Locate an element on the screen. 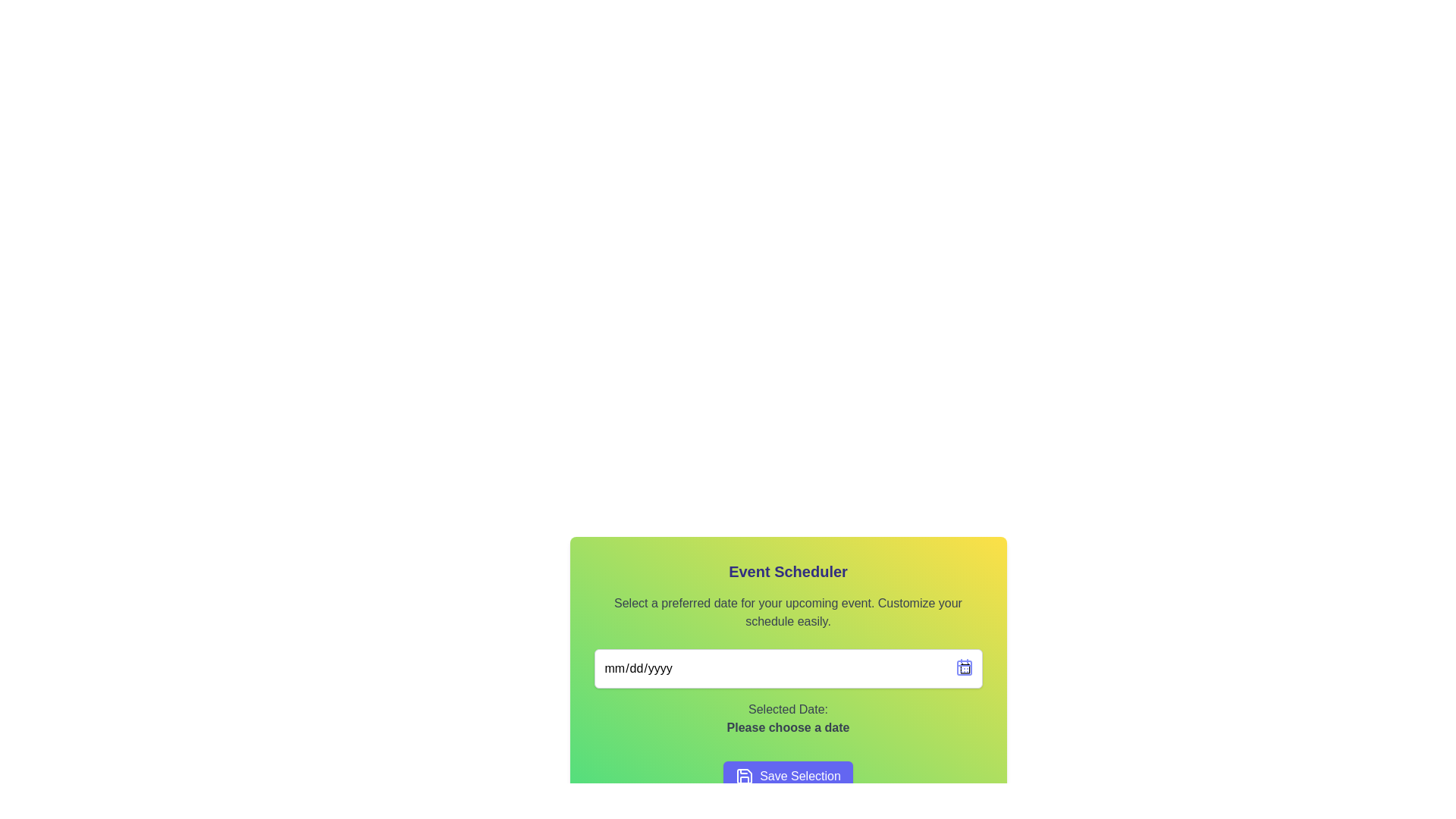  the blue 'Save Selection' button with white text and a save icon is located at coordinates (788, 776).